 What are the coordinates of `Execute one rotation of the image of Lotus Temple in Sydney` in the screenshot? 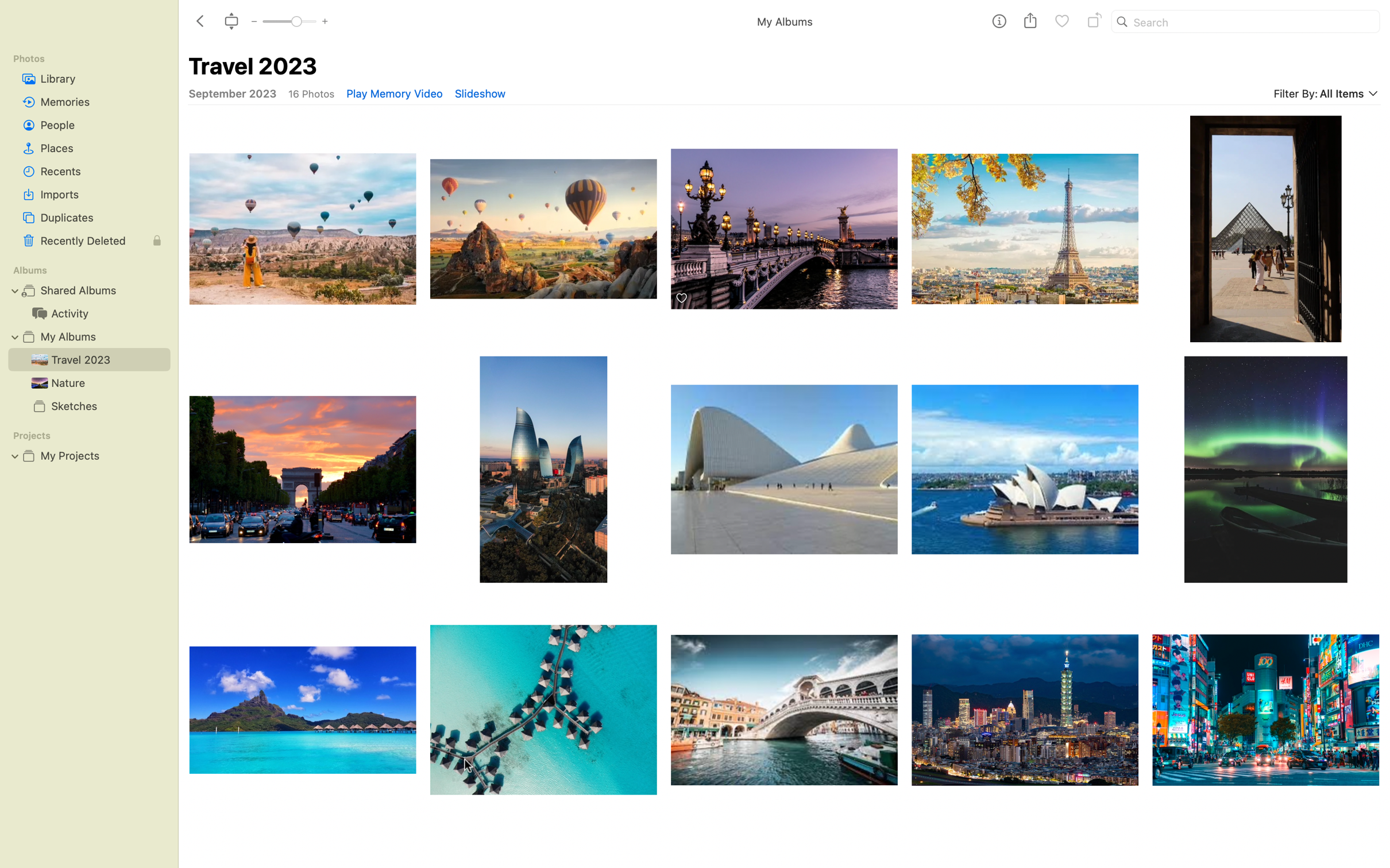 It's located at (1025, 468).